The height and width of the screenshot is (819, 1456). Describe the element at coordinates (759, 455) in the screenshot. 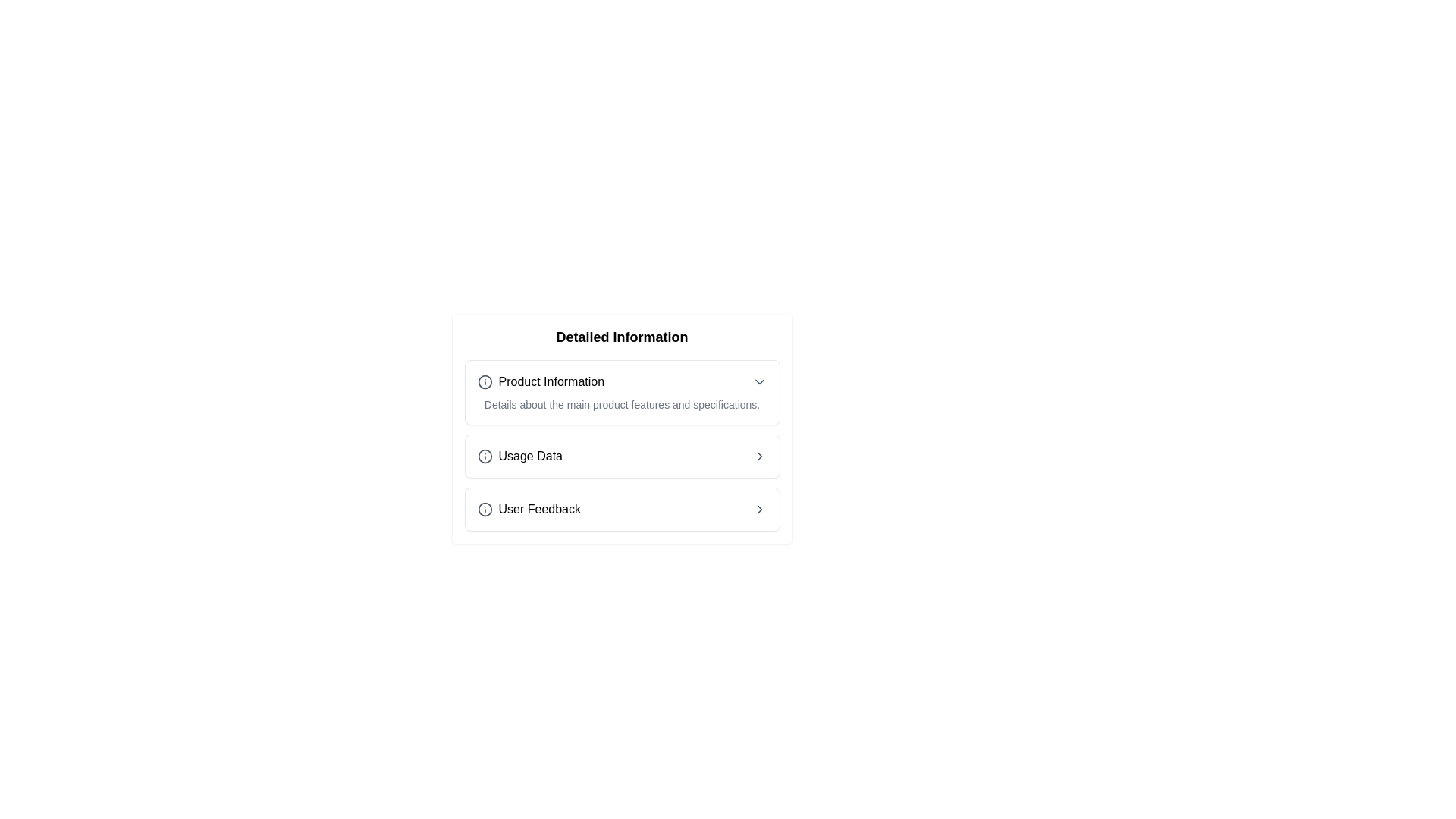

I see `the chevron-right icon that indicates the 'Usage Data' section can be interacted with, positioned at the far right of the 'Usage Data' line` at that location.